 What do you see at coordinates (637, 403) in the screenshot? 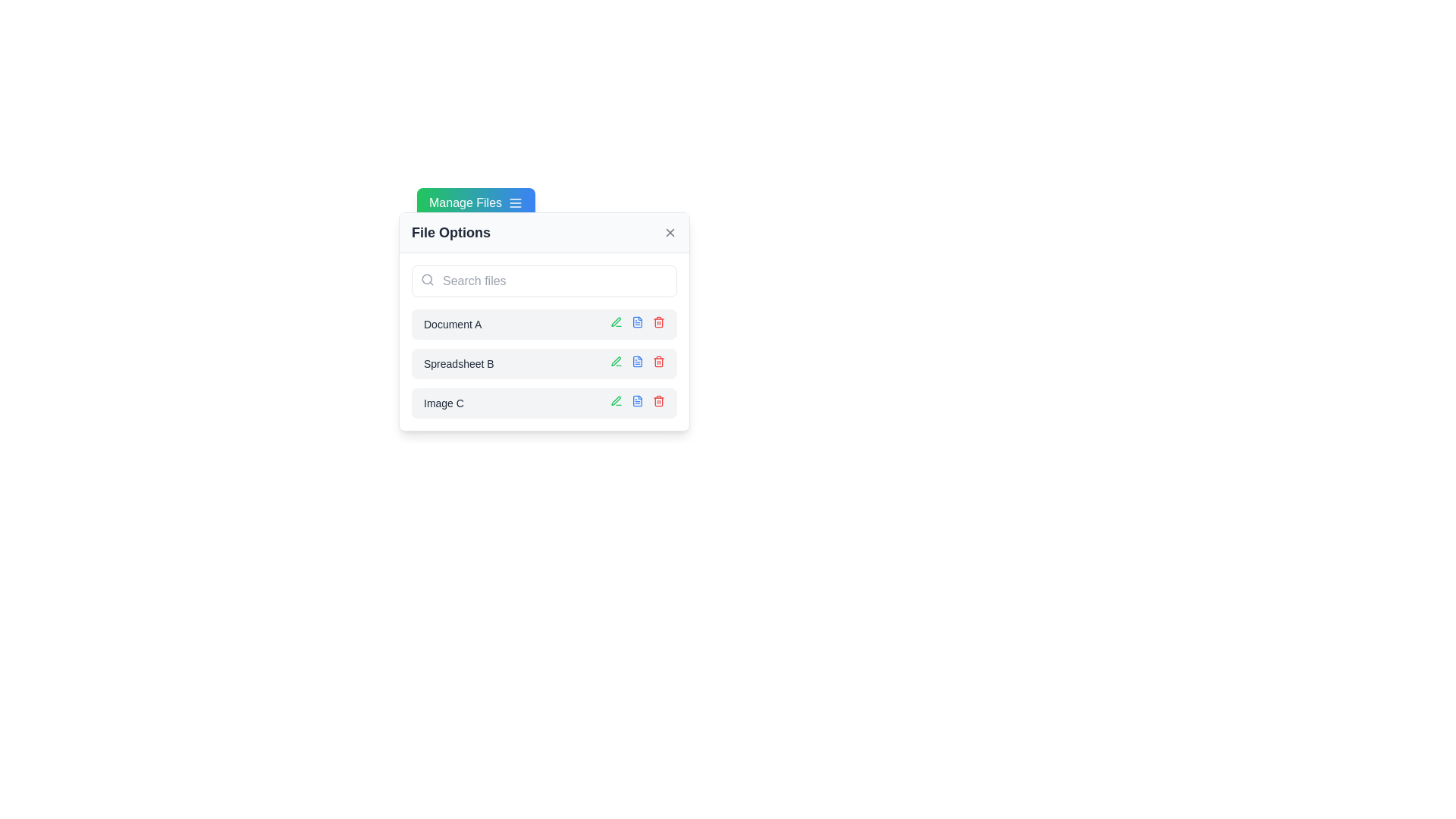
I see `one of the icons in the Horizontal icon group located in the 'Image C' row towards the far right` at bounding box center [637, 403].